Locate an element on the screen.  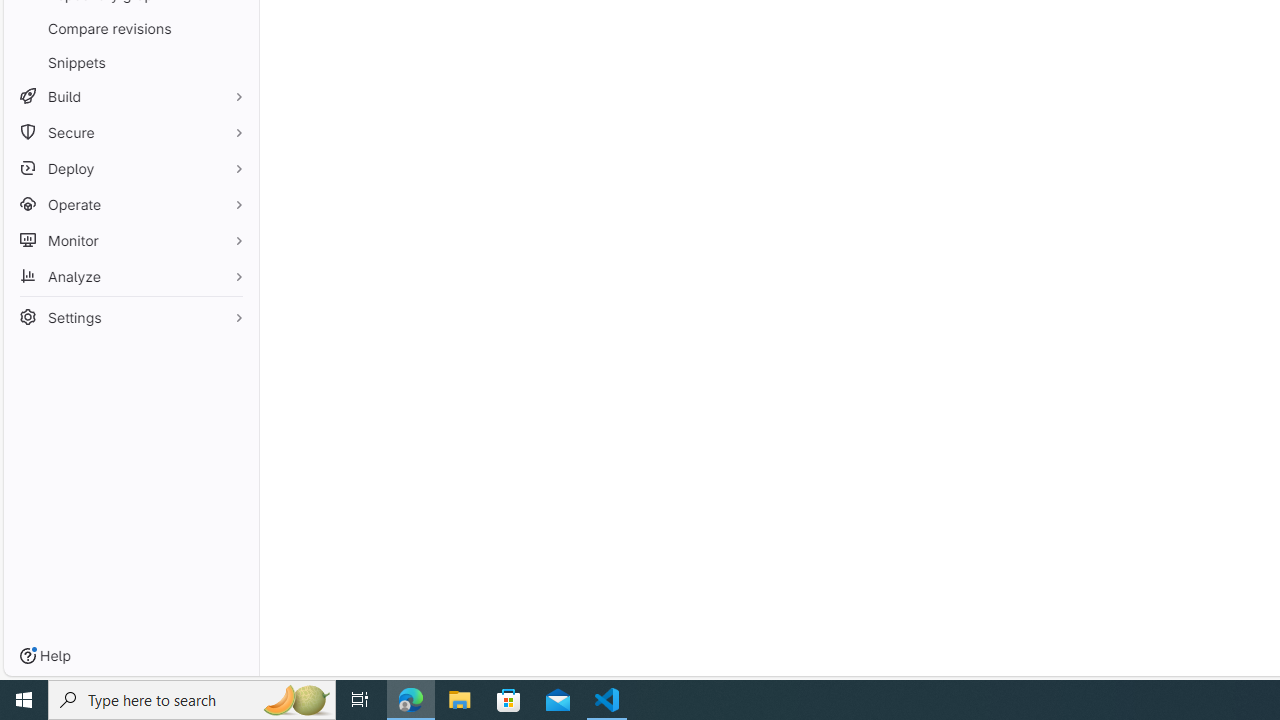
'Build' is located at coordinates (130, 96).